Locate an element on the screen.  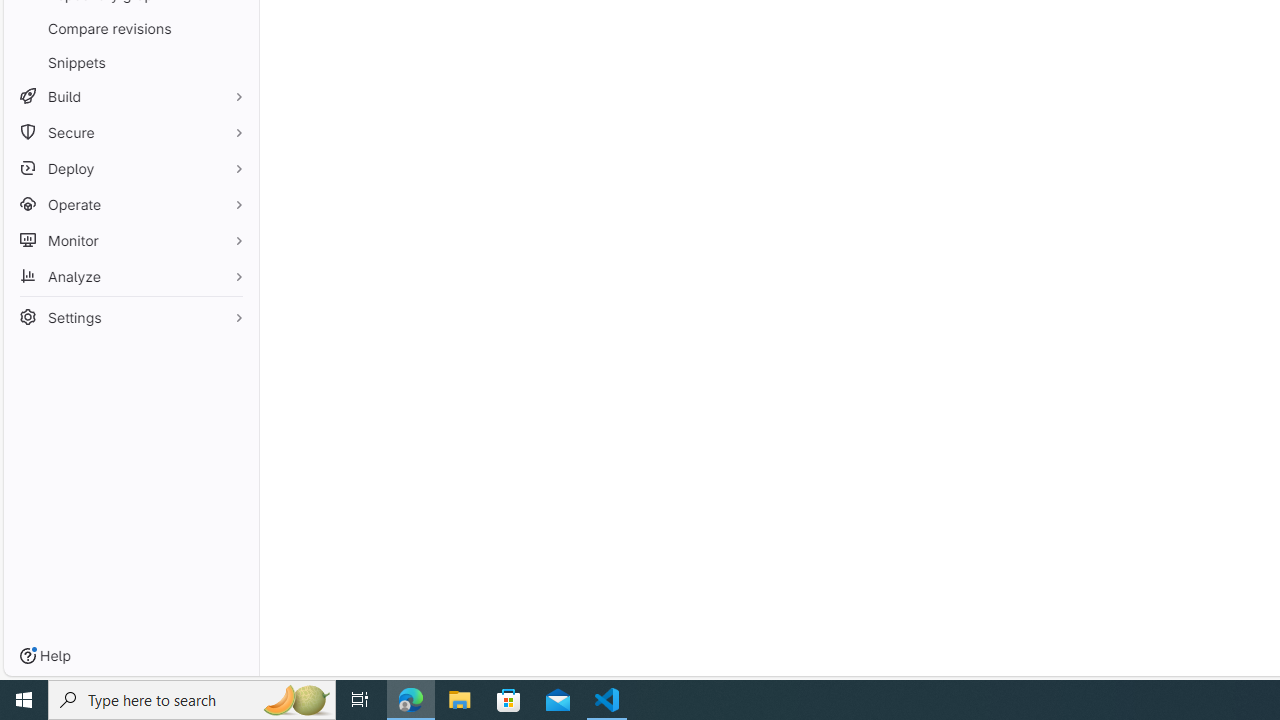
'Build' is located at coordinates (130, 96).